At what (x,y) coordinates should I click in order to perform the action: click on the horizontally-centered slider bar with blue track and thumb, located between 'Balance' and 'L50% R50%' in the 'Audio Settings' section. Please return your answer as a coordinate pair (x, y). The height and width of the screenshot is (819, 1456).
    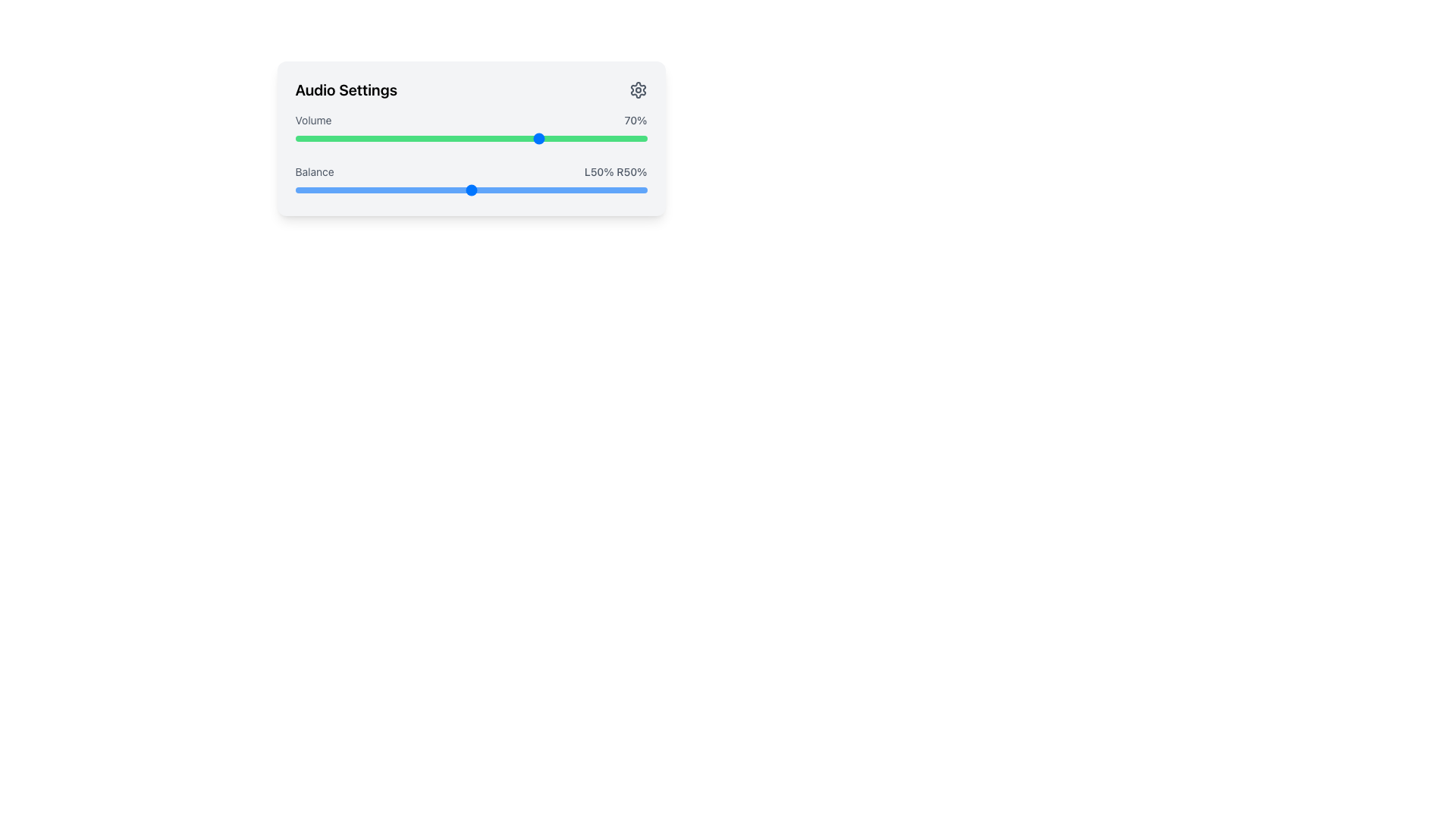
    Looking at the image, I should click on (470, 180).